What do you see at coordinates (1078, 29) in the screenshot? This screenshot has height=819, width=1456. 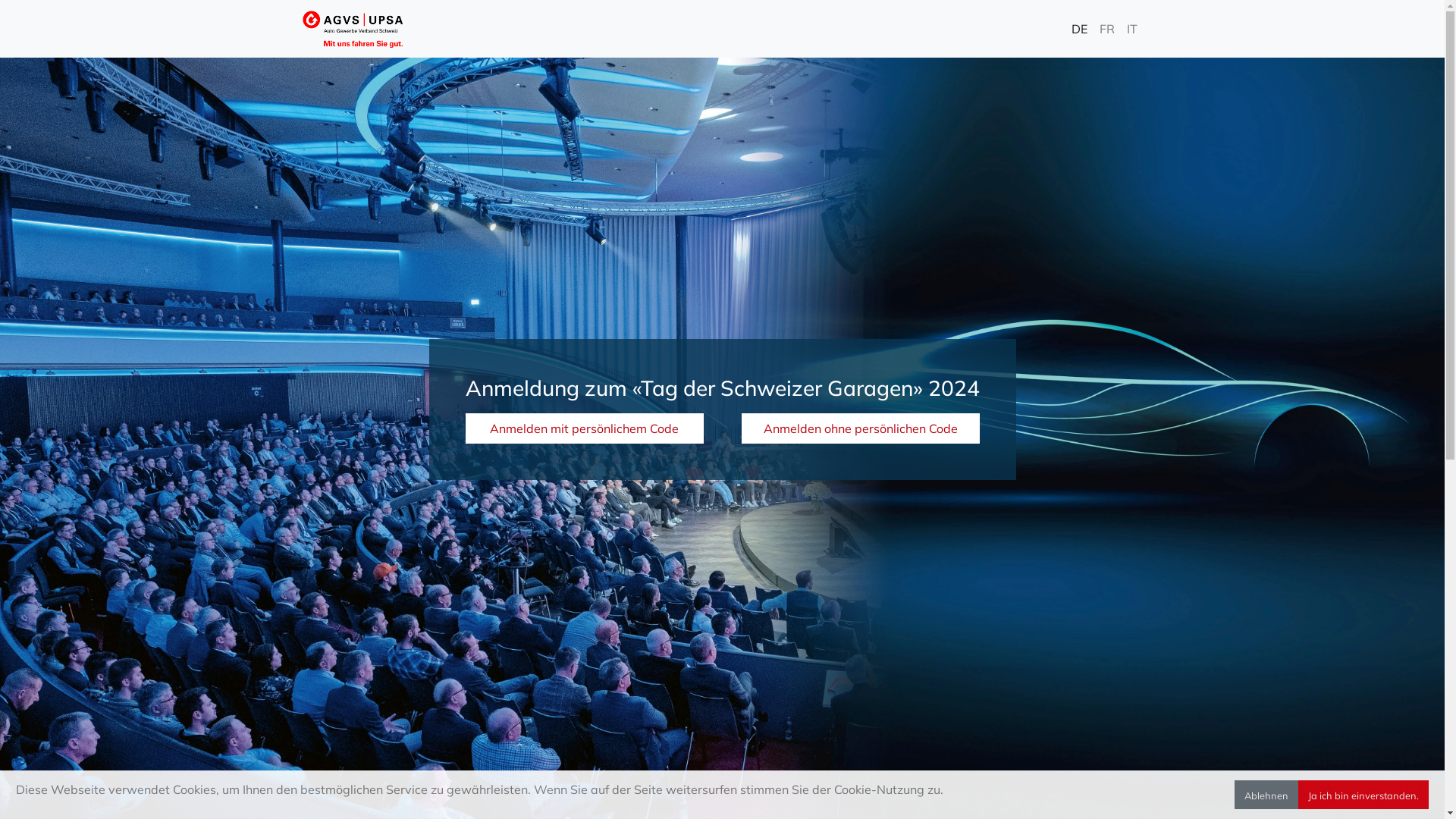 I see `'DE'` at bounding box center [1078, 29].